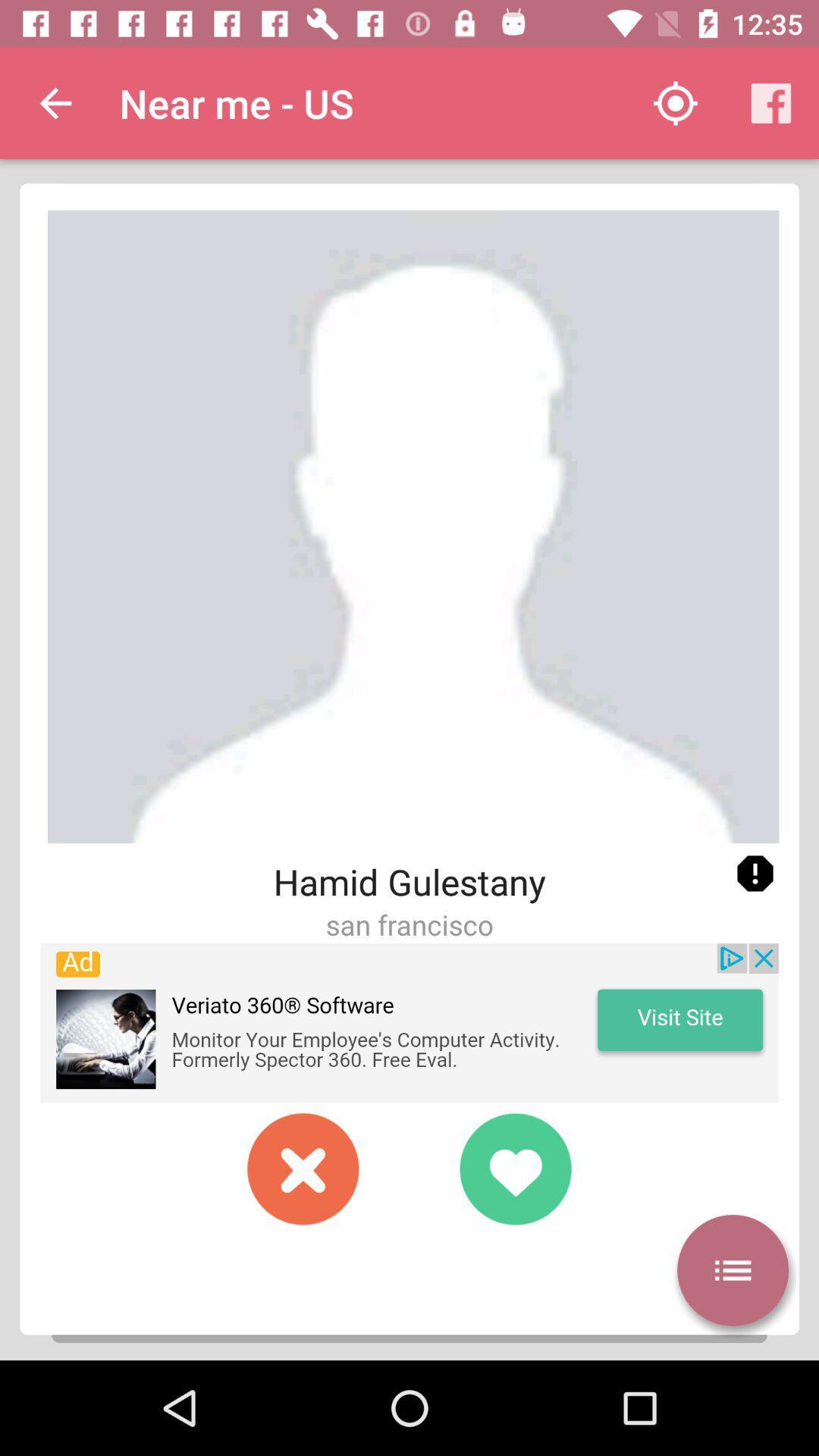  I want to click on like person, so click(514, 1168).